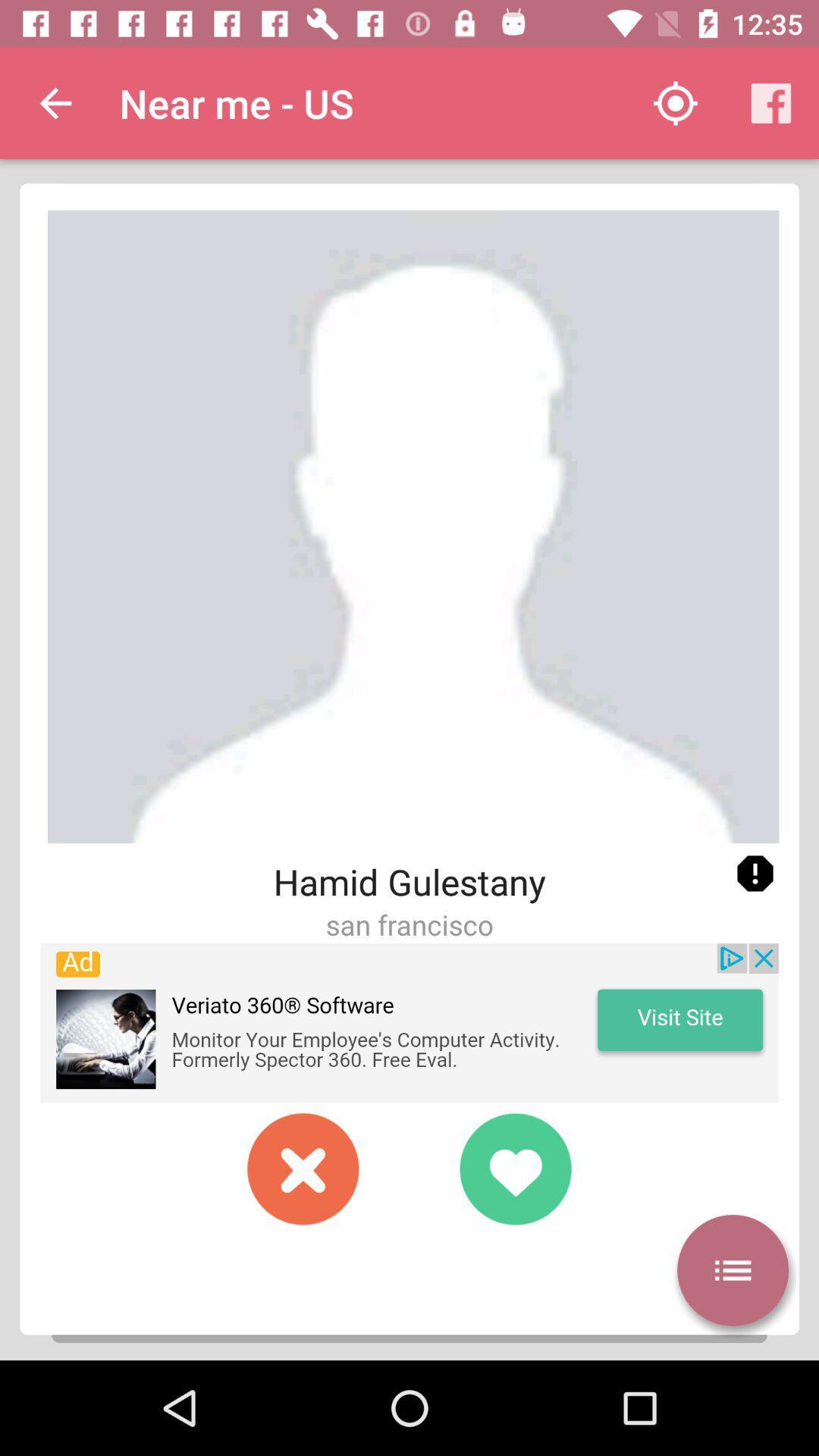  I want to click on like person, so click(514, 1168).